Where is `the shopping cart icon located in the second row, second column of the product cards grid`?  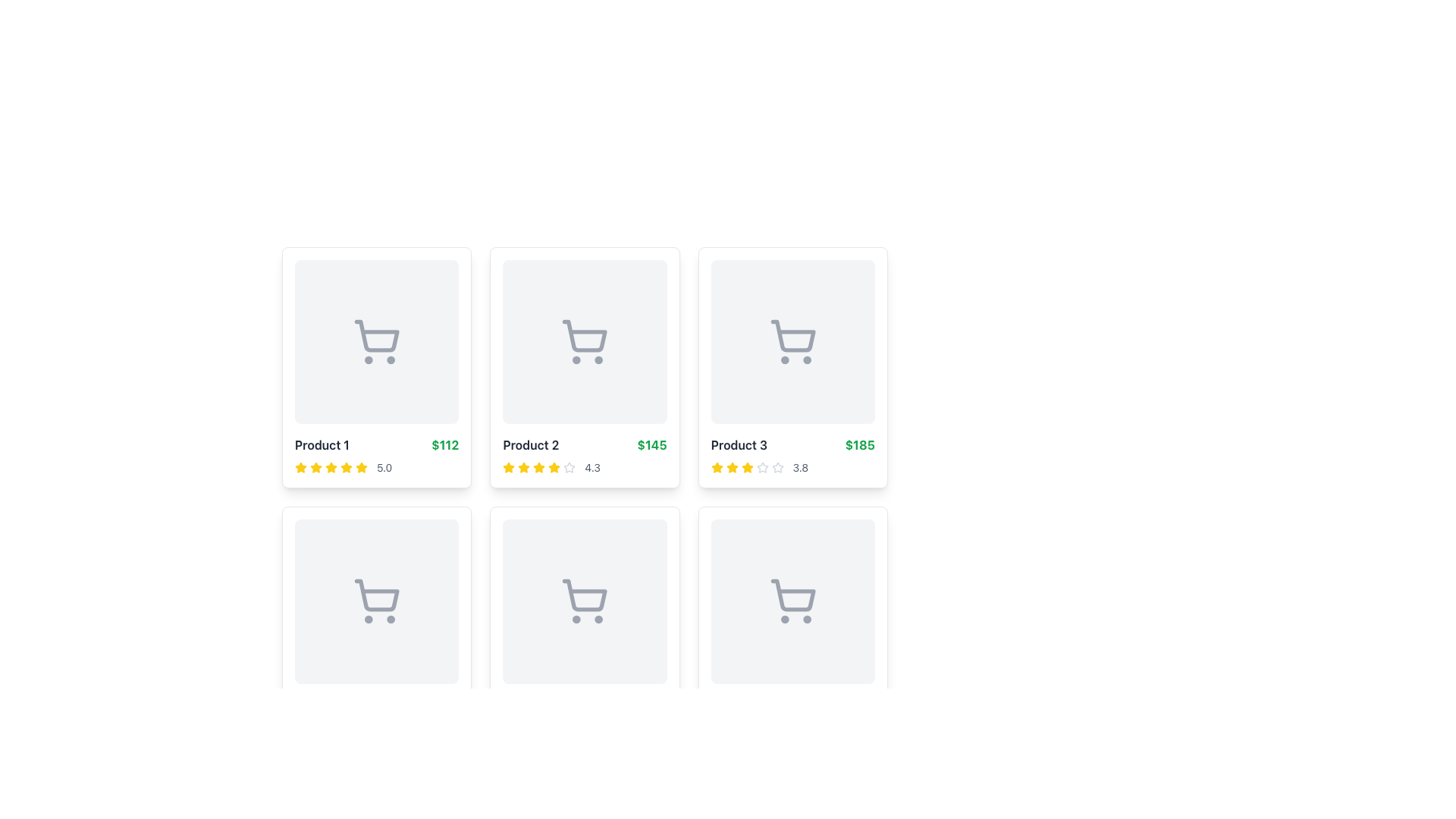
the shopping cart icon located in the second row, second column of the product cards grid is located at coordinates (584, 595).